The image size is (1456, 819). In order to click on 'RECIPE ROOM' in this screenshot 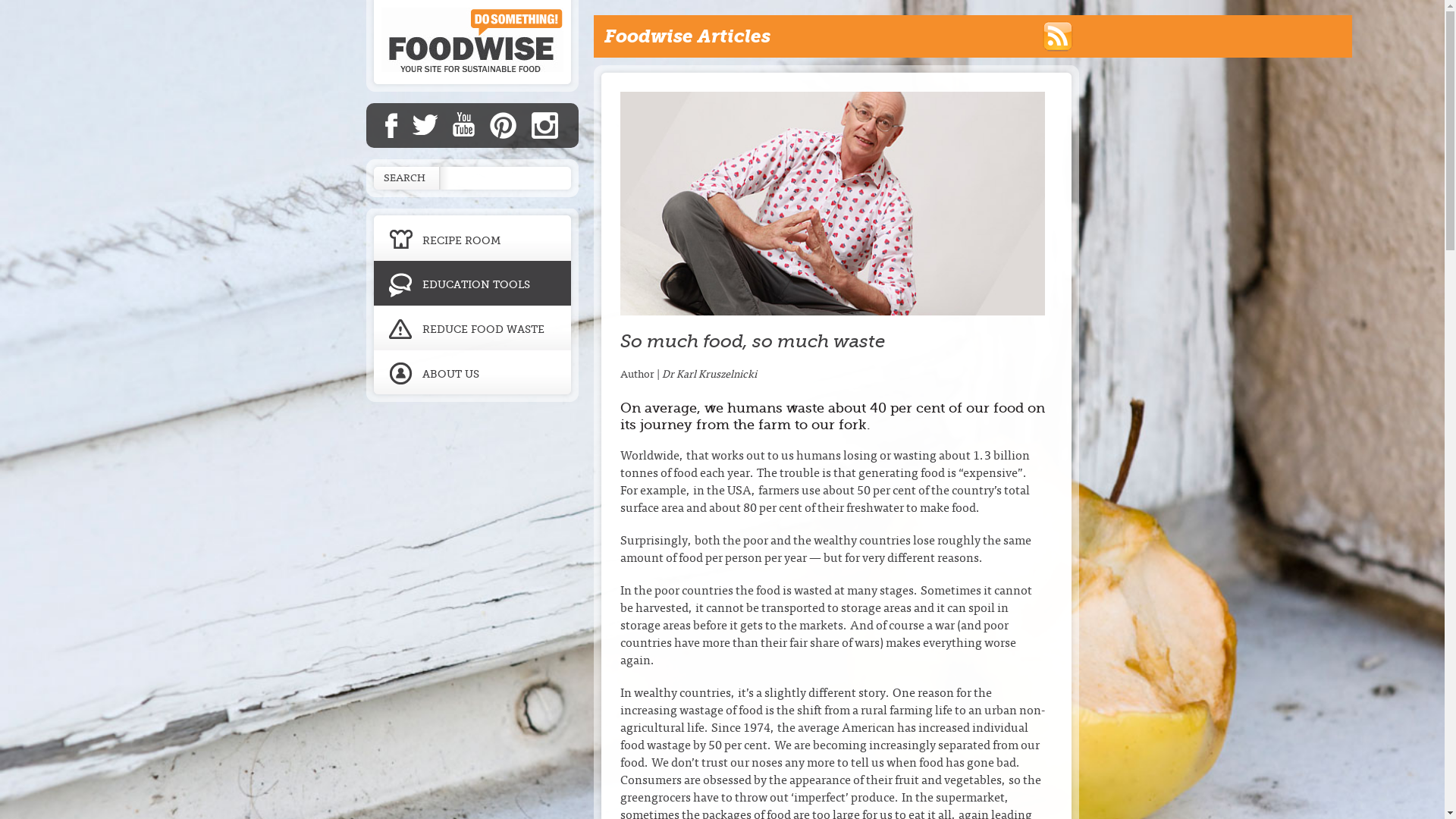, I will do `click(471, 234)`.